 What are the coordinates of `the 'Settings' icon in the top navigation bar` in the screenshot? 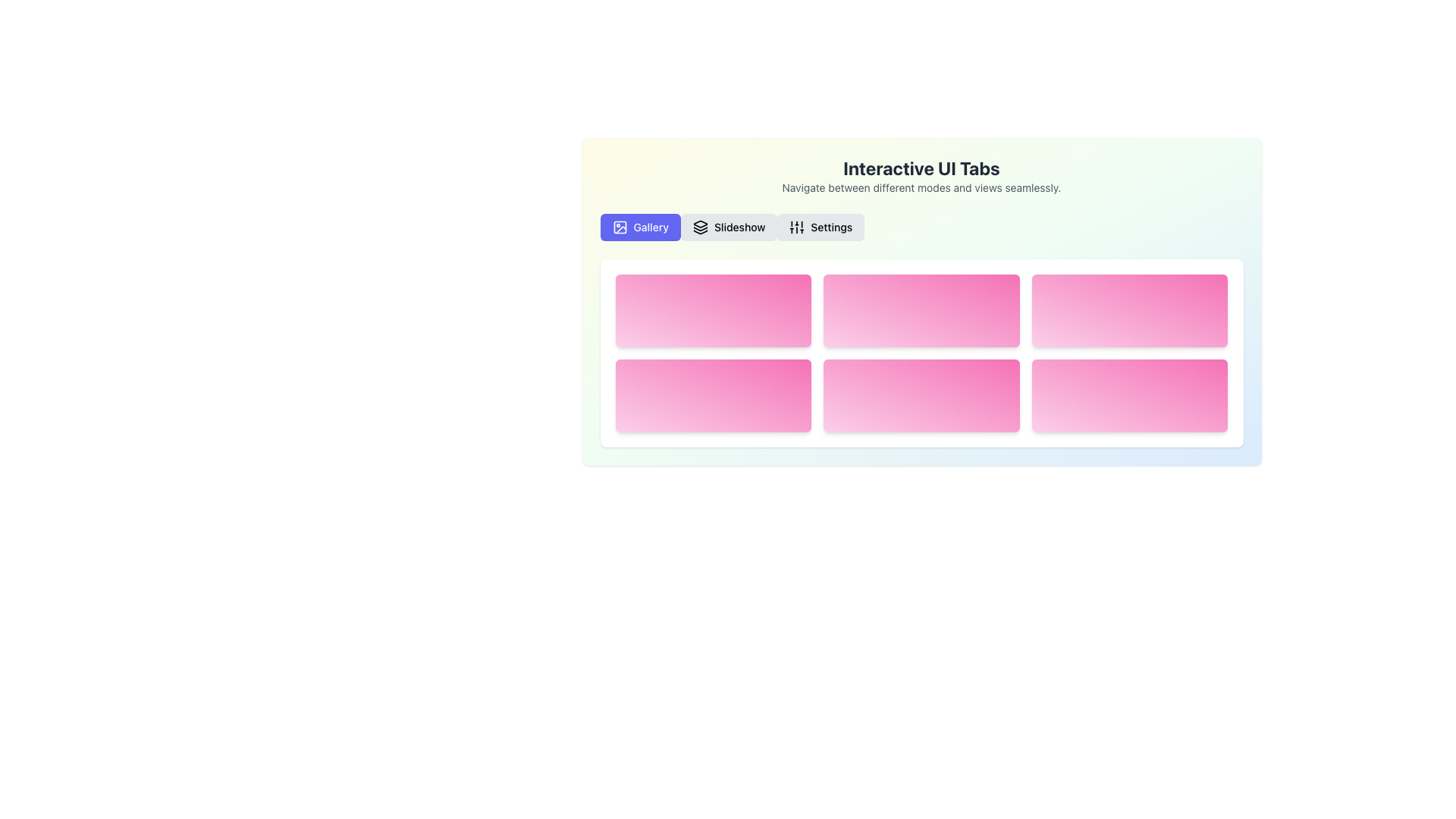 It's located at (796, 227).